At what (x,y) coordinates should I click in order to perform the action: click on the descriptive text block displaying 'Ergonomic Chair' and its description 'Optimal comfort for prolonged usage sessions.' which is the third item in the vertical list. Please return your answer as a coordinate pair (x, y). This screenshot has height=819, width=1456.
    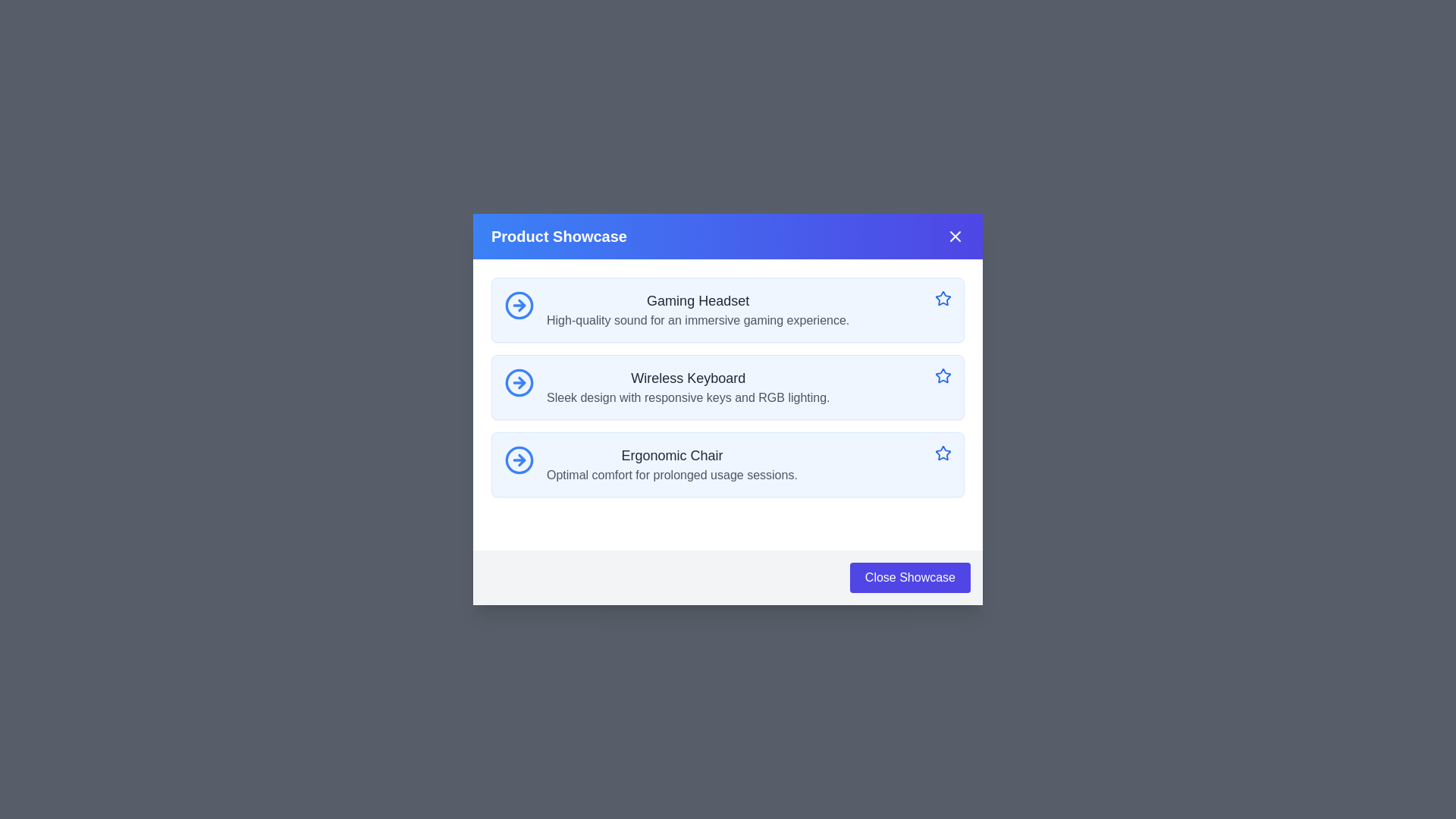
    Looking at the image, I should click on (671, 464).